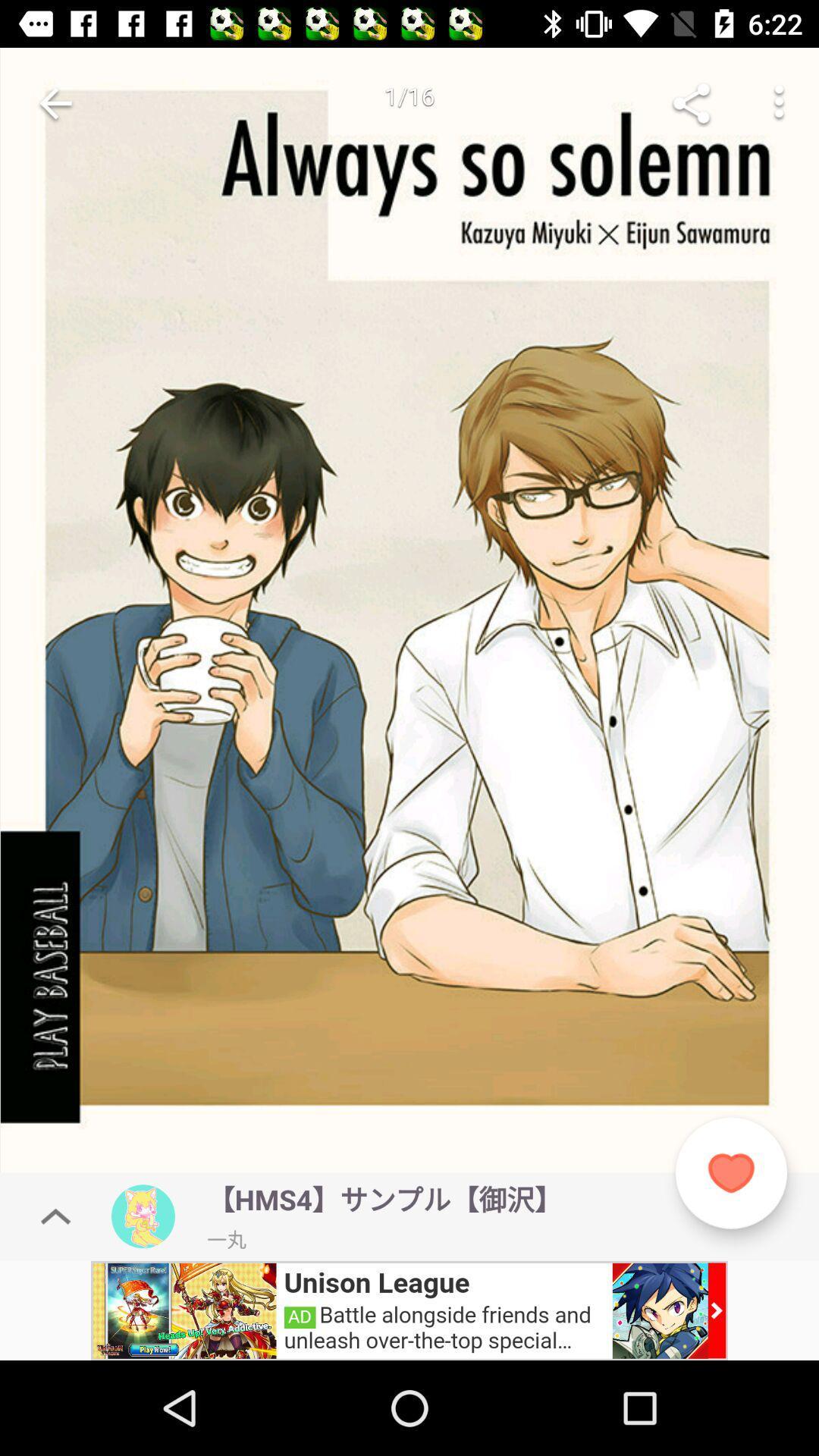 This screenshot has width=819, height=1456. Describe the element at coordinates (691, 102) in the screenshot. I see `share` at that location.